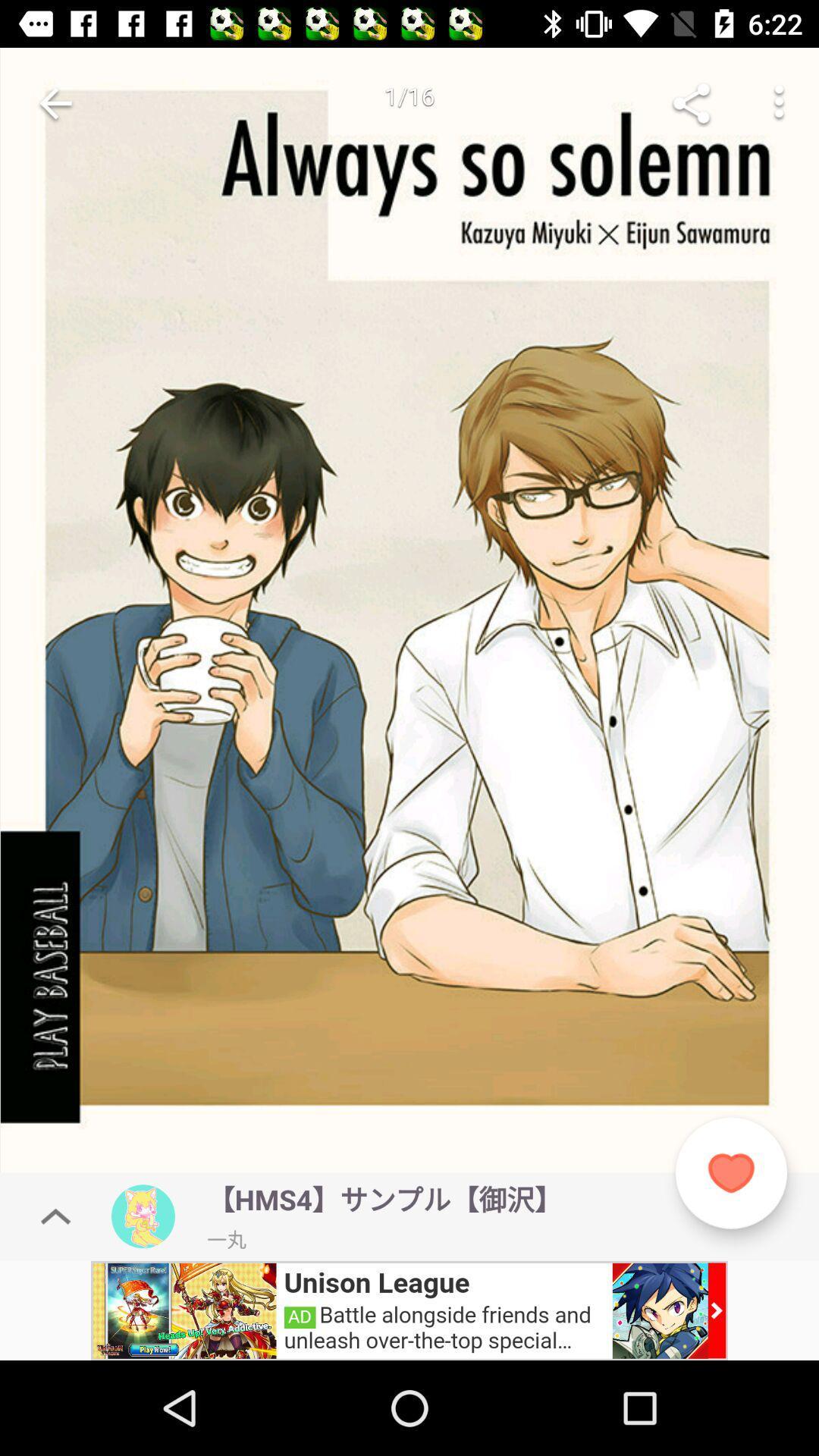 This screenshot has width=819, height=1456. Describe the element at coordinates (691, 102) in the screenshot. I see `share` at that location.